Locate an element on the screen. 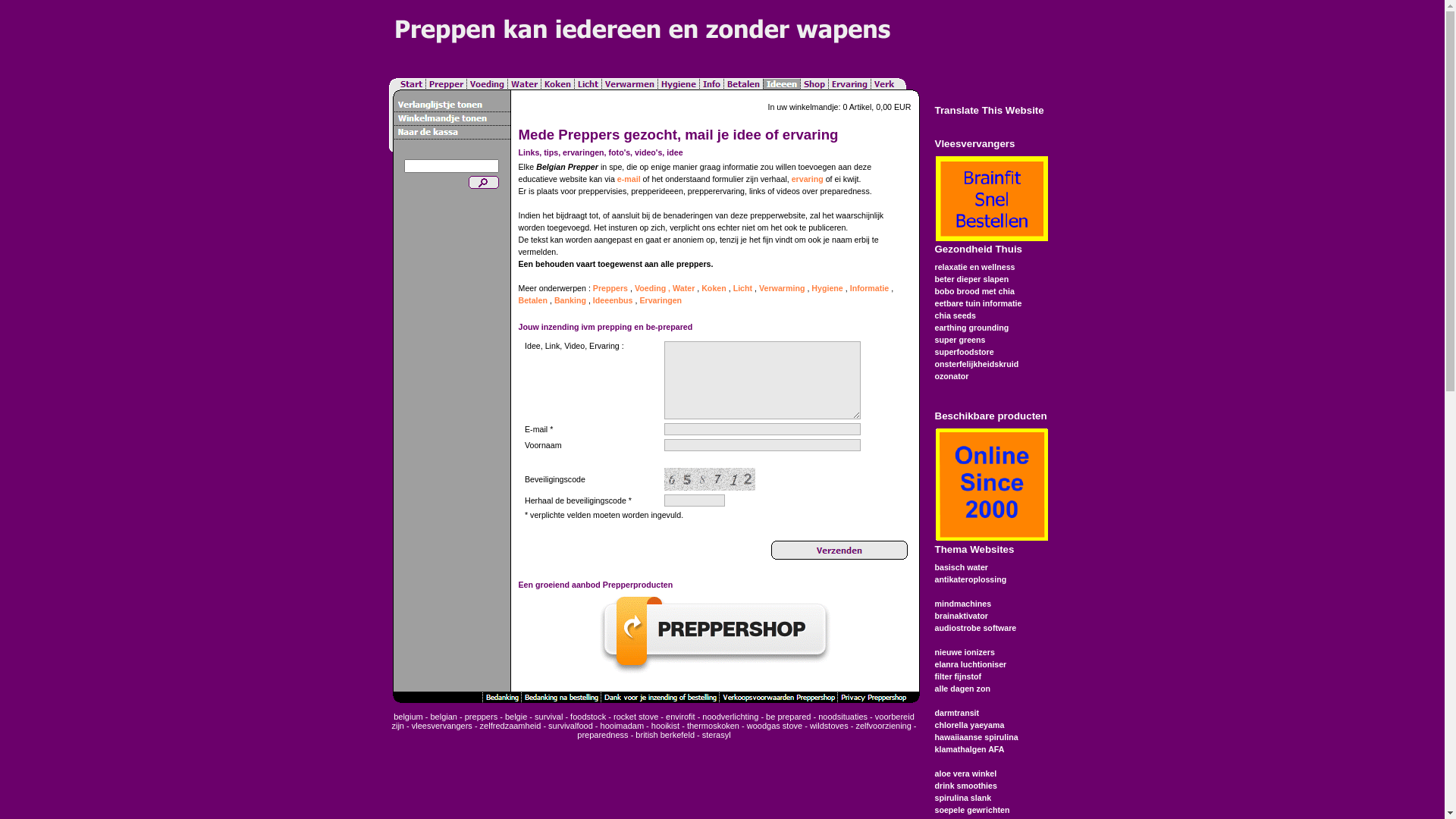  'superfoodstore' is located at coordinates (963, 351).